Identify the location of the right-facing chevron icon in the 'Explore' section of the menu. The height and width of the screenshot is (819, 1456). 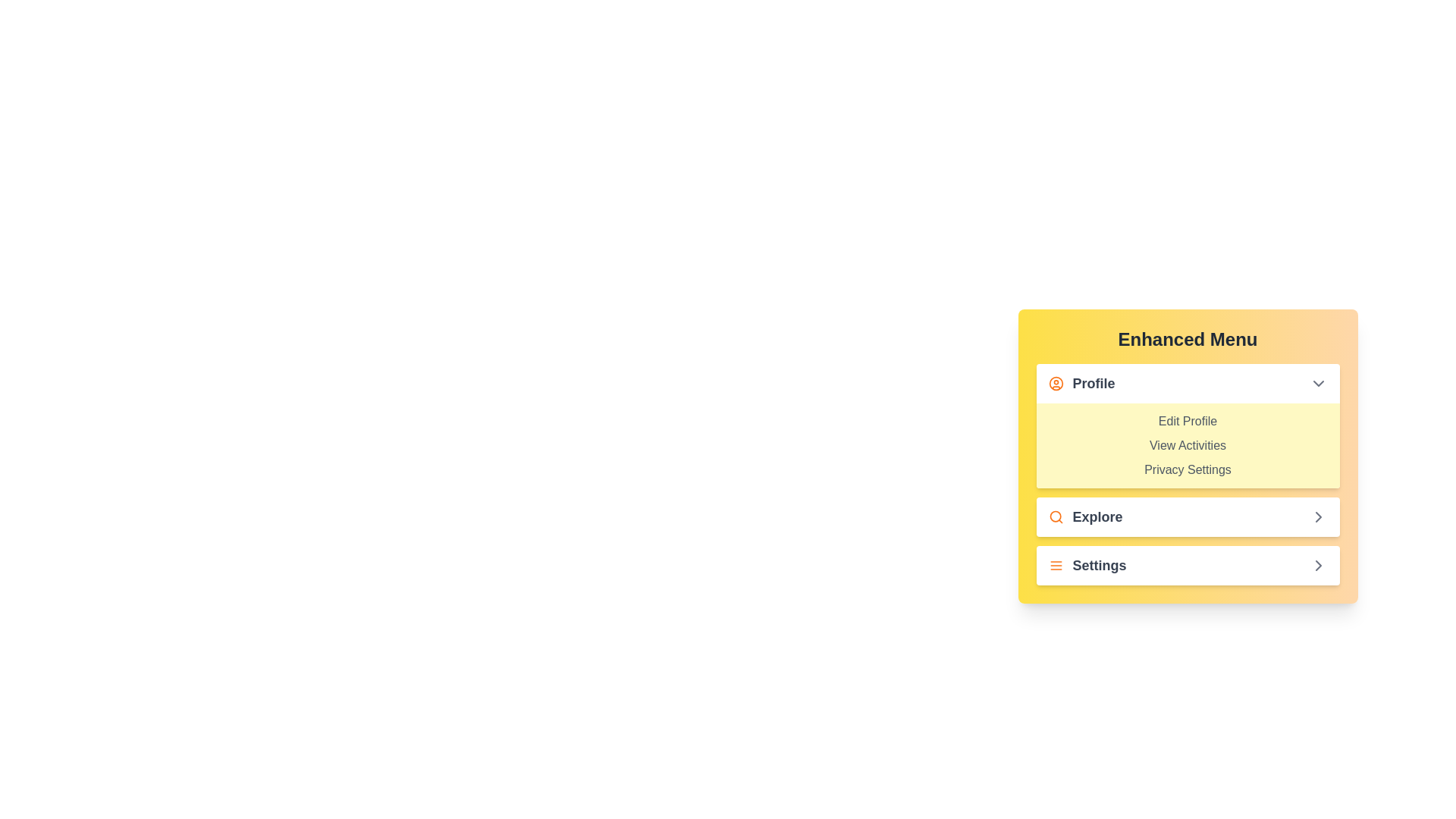
(1317, 565).